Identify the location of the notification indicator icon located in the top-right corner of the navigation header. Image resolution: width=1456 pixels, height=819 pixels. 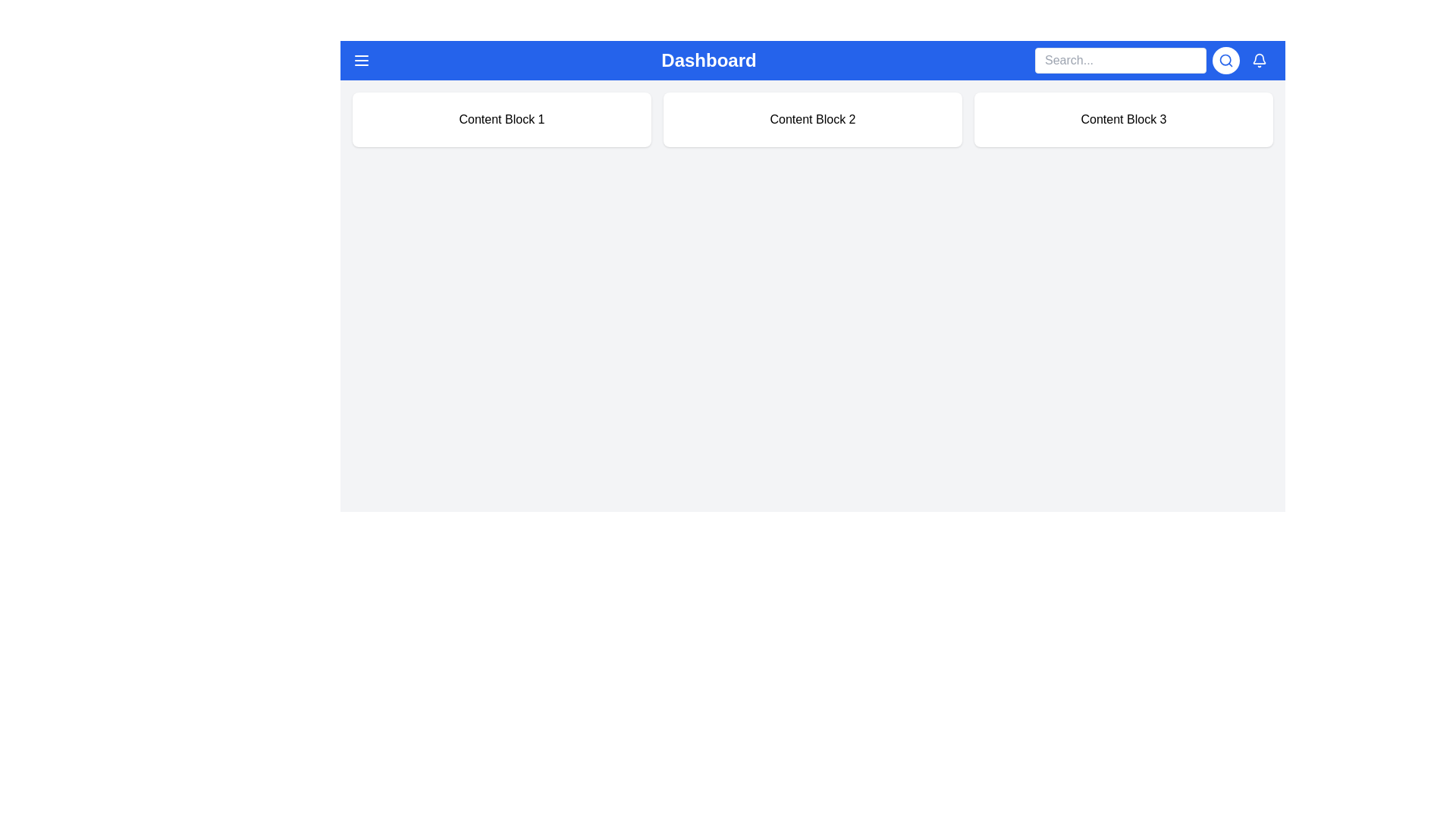
(1259, 60).